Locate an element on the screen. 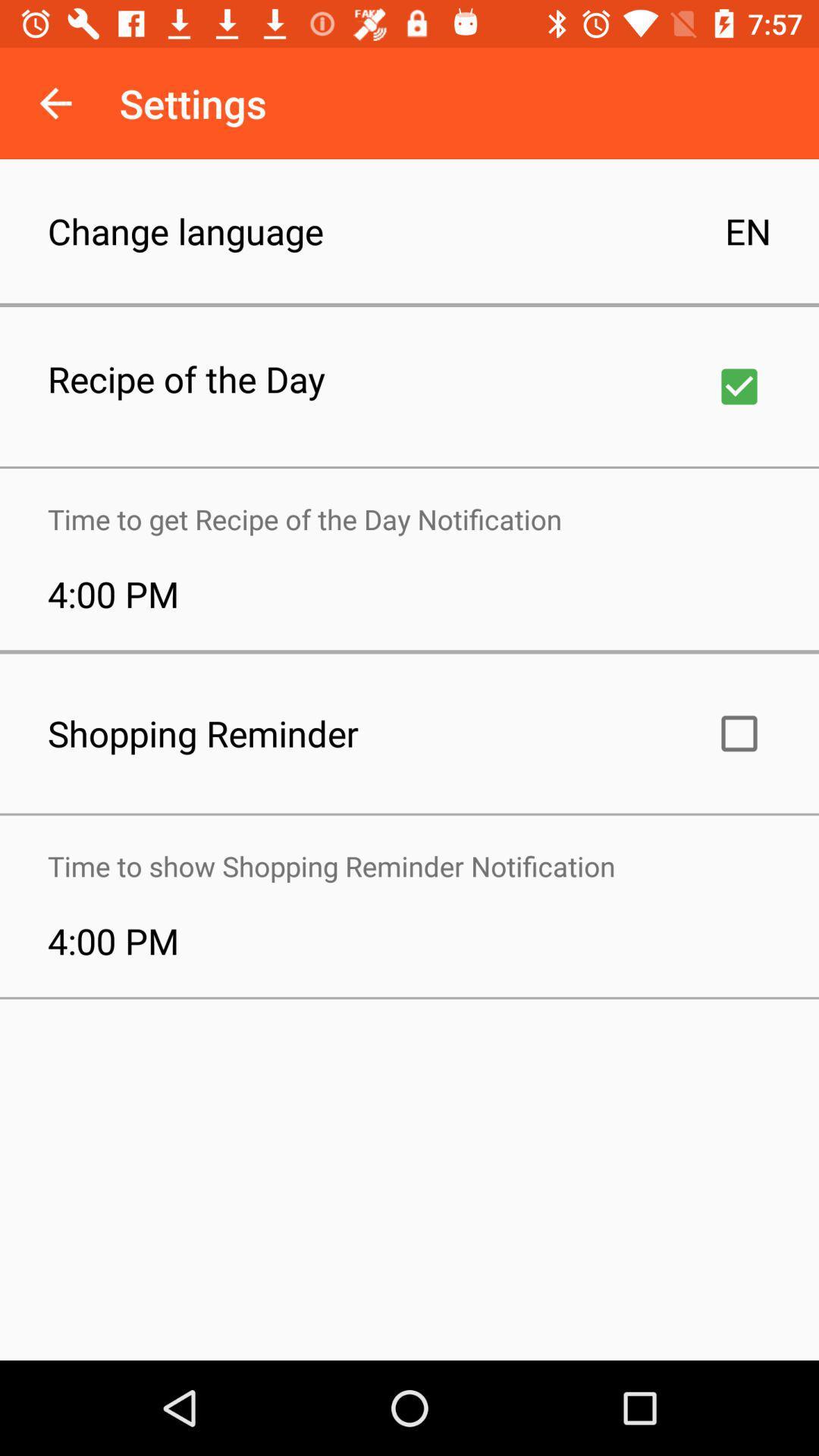 The image size is (819, 1456). the icon above change language icon is located at coordinates (55, 102).